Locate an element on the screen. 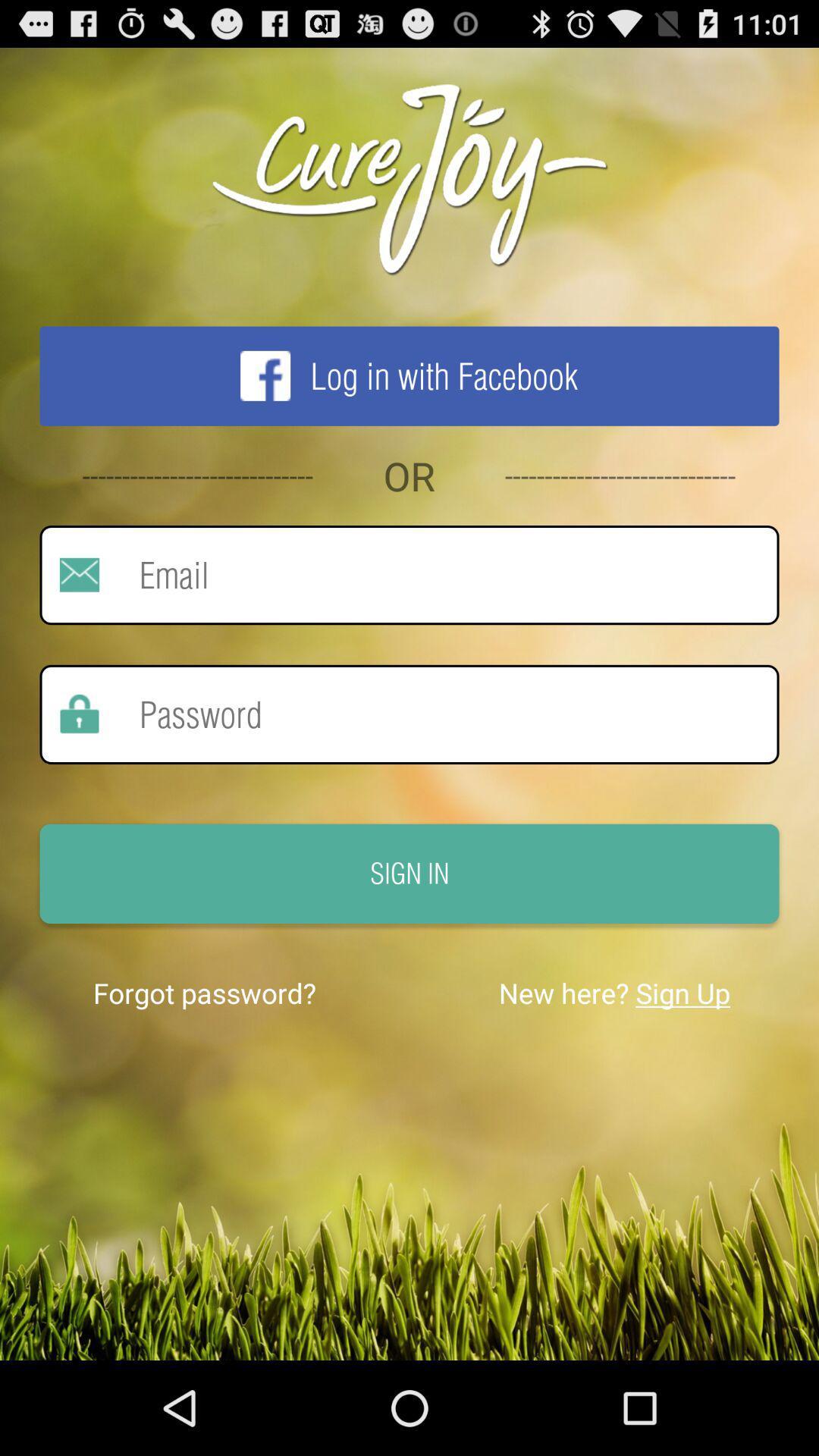  email is located at coordinates (439, 574).